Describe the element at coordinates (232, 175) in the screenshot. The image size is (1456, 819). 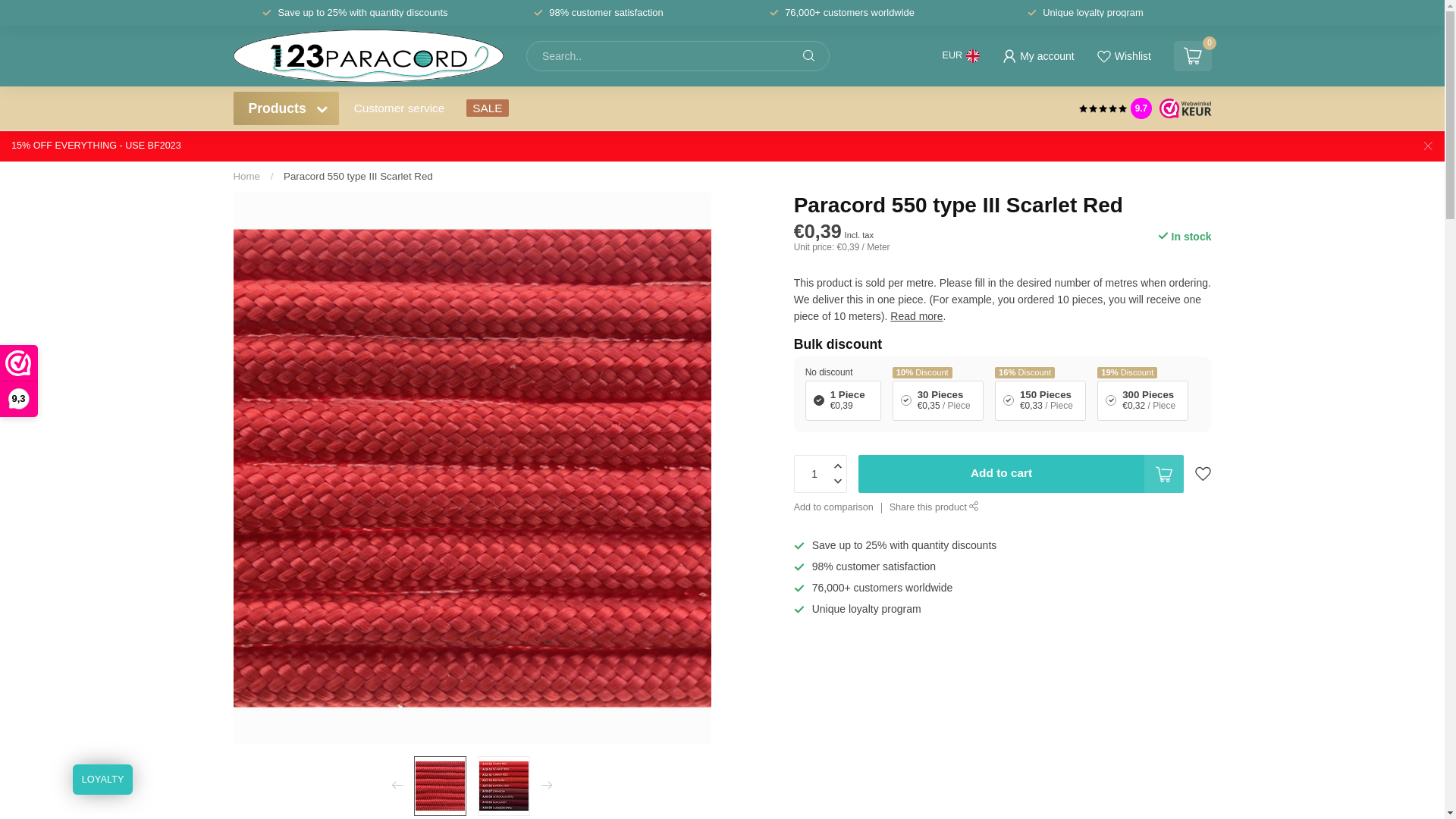
I see `'Home'` at that location.